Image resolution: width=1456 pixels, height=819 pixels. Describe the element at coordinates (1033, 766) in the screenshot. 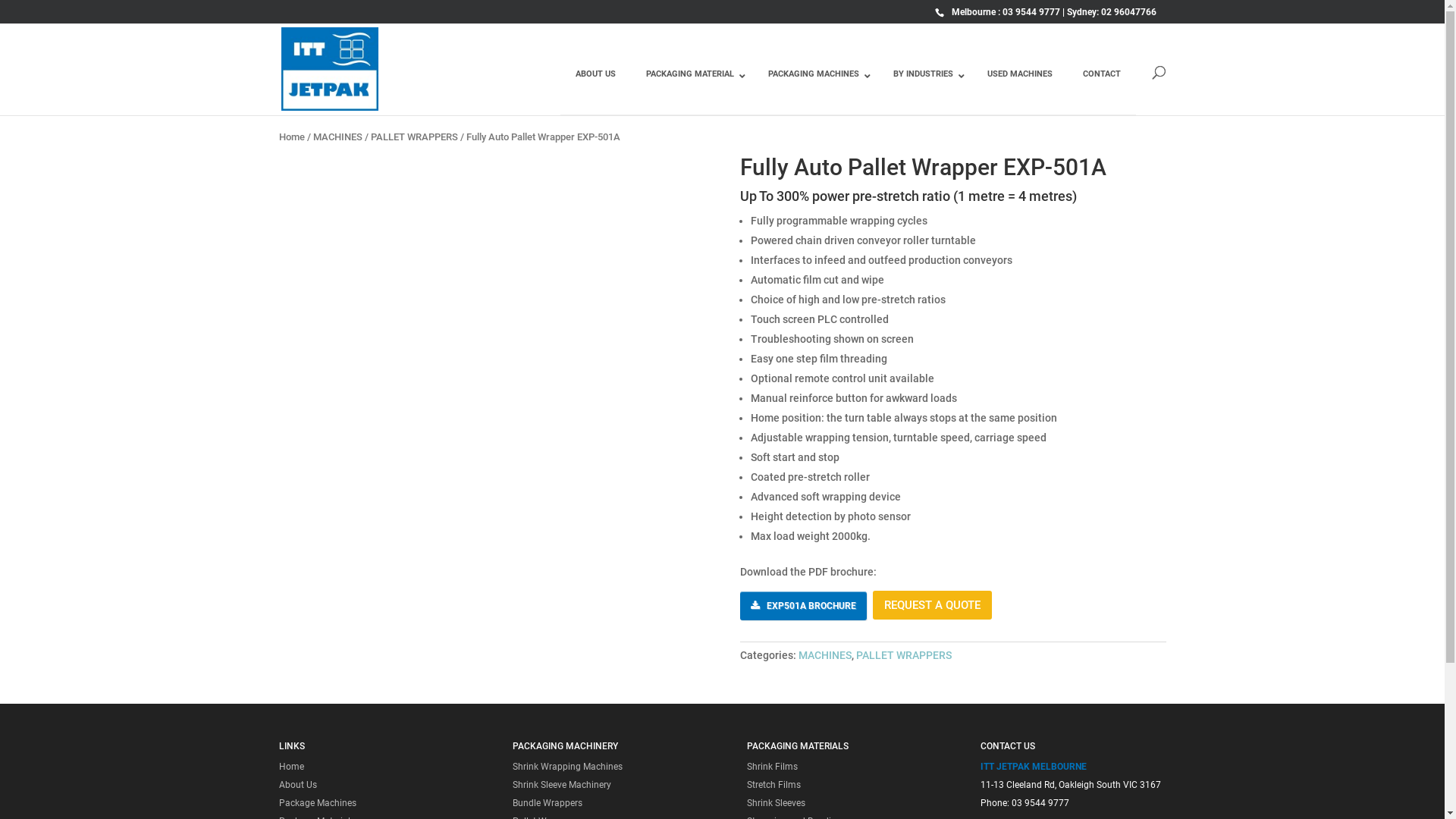

I see `'ITT JETPAK MELBOURNE'` at that location.